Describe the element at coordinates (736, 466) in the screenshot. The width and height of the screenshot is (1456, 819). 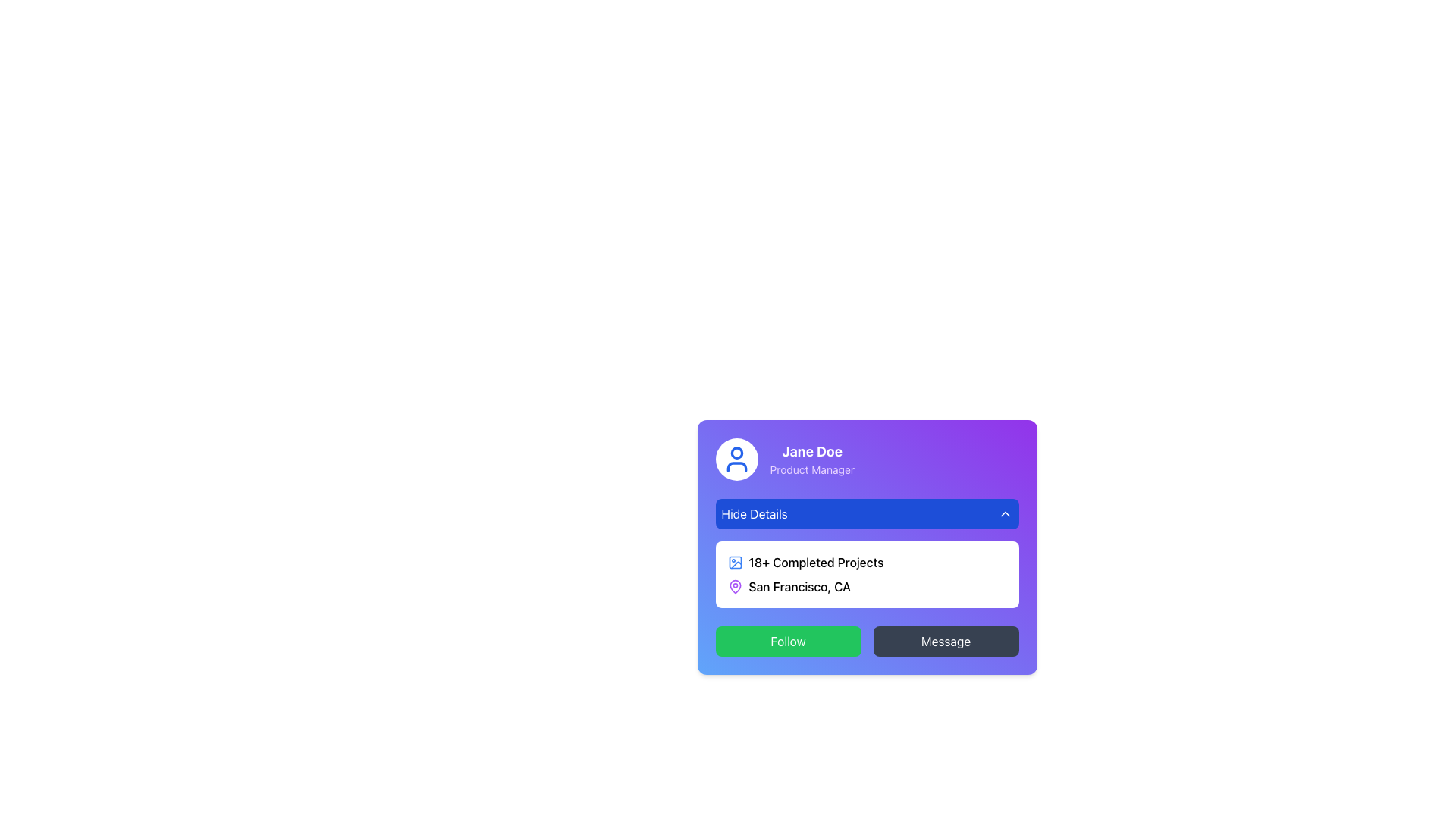
I see `the curved line forming the semi-oval shape at the bottom of the user profile icon, which represents the neck or shoulder area` at that location.